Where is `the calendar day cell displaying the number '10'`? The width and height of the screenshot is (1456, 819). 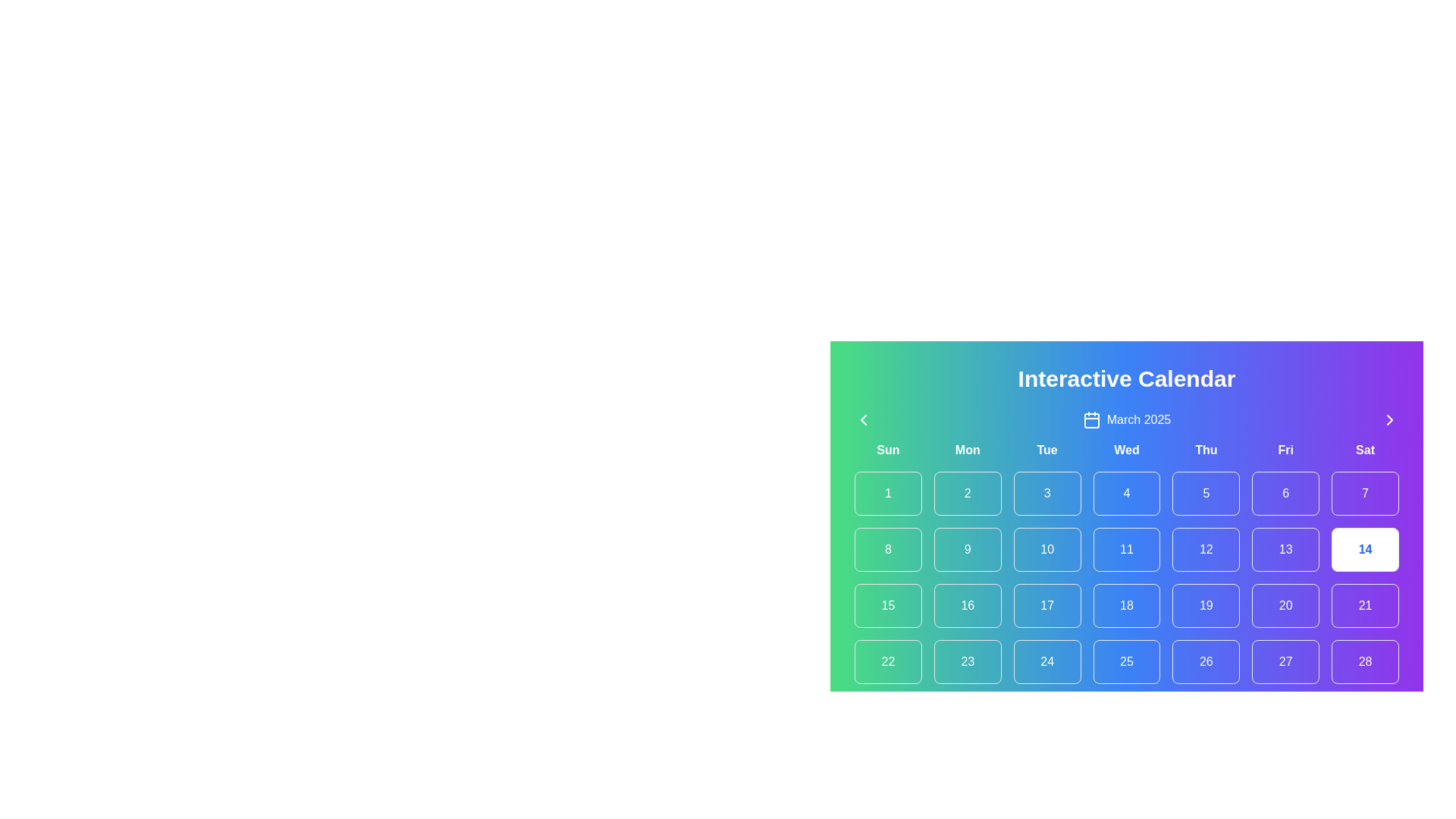
the calendar day cell displaying the number '10' is located at coordinates (1046, 550).